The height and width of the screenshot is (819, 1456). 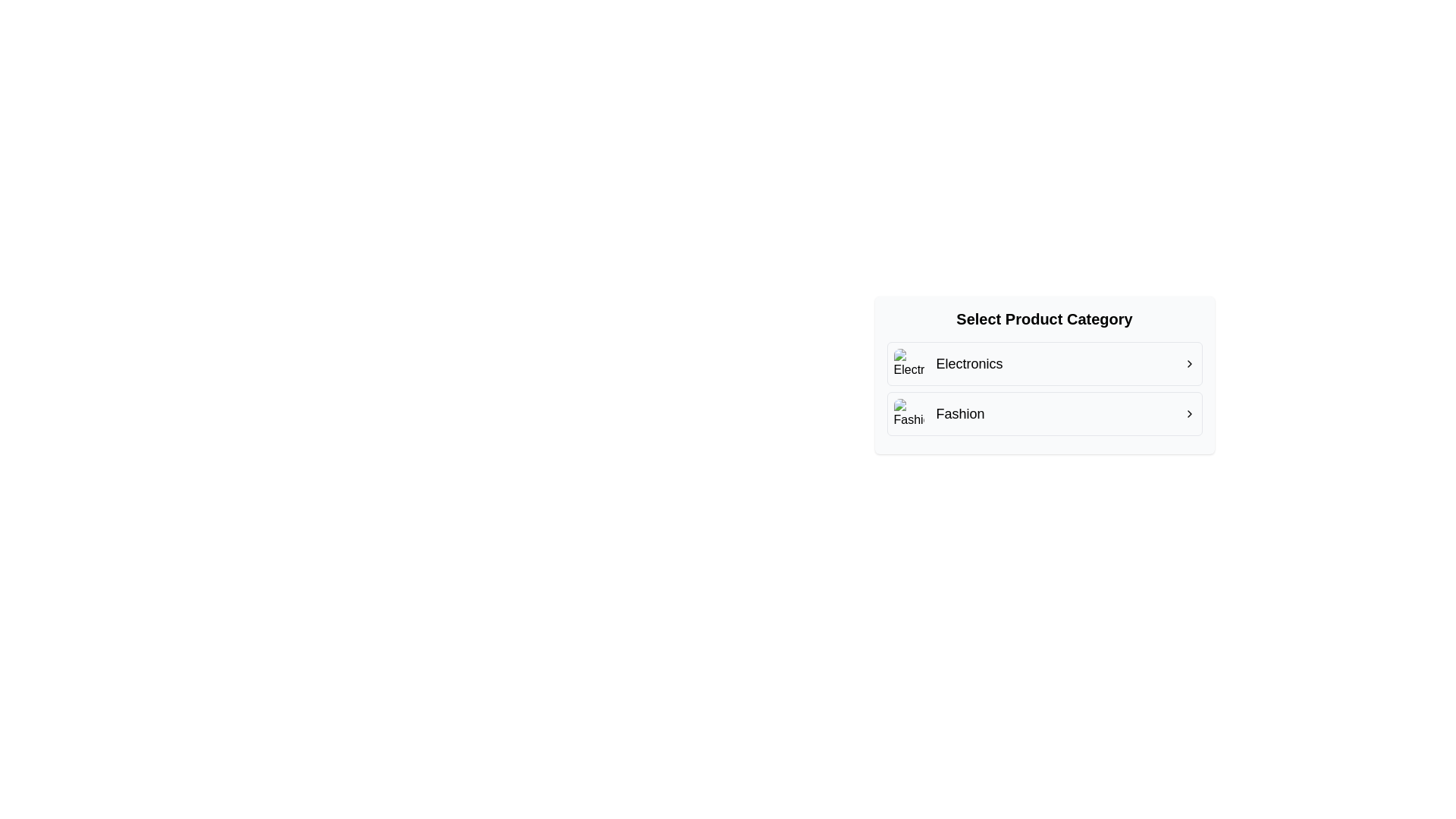 What do you see at coordinates (1188, 363) in the screenshot?
I see `the Chevron icon located at the far right of the 'Electronics' row in the 'Select Product Category' menu` at bounding box center [1188, 363].